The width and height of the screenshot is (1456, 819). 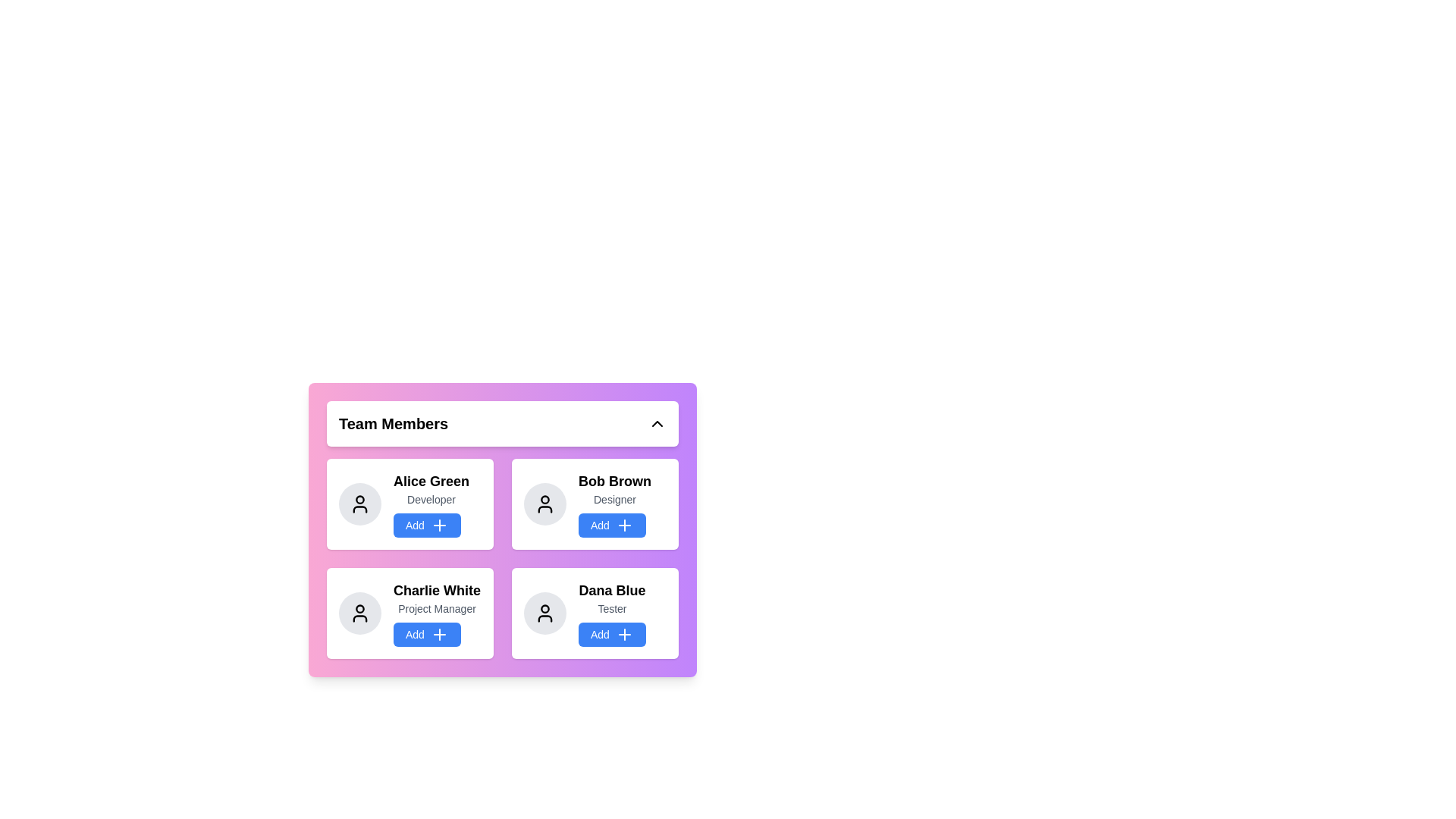 I want to click on the Text label that indicates the role or position of the user 'Dana Blue', located in the bottom-right card of a grid layout, centered beneath the title and above the 'Add' button, so click(x=612, y=607).